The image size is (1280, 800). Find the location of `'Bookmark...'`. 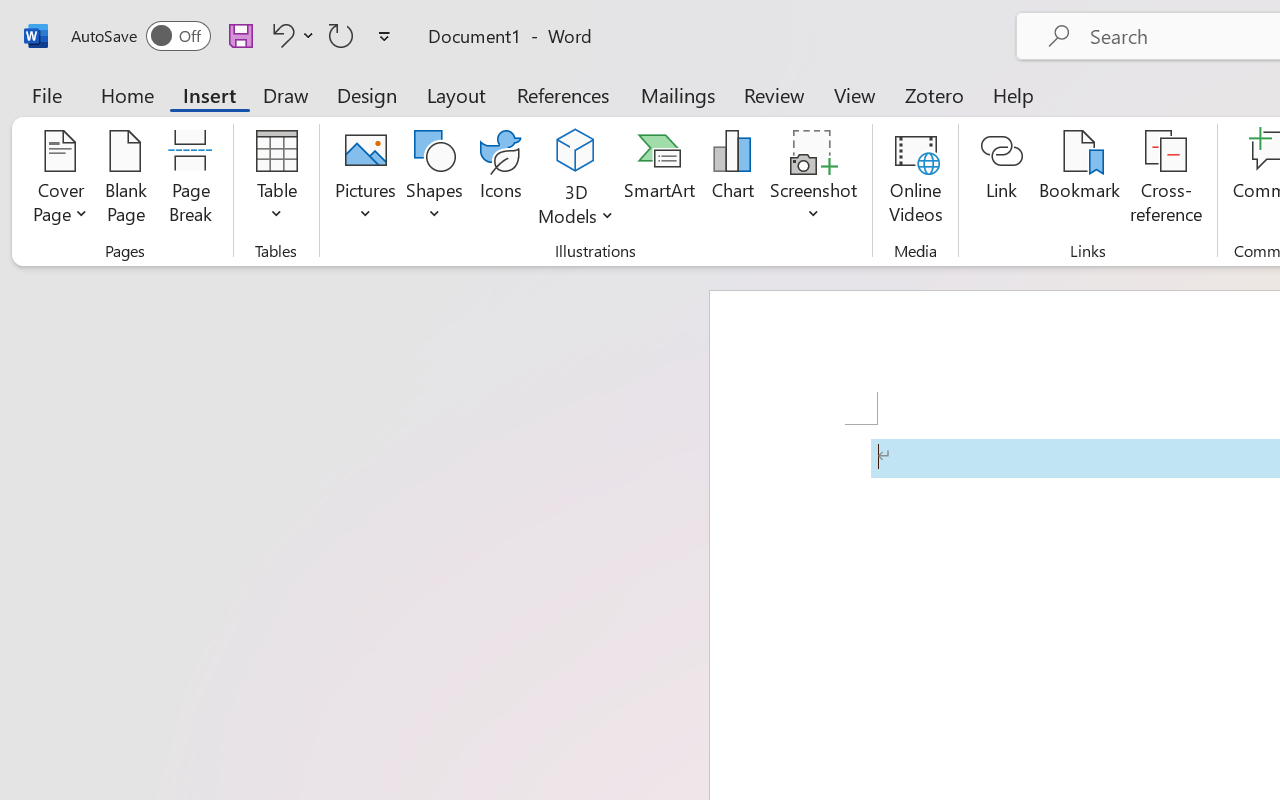

'Bookmark...' is located at coordinates (1078, 179).